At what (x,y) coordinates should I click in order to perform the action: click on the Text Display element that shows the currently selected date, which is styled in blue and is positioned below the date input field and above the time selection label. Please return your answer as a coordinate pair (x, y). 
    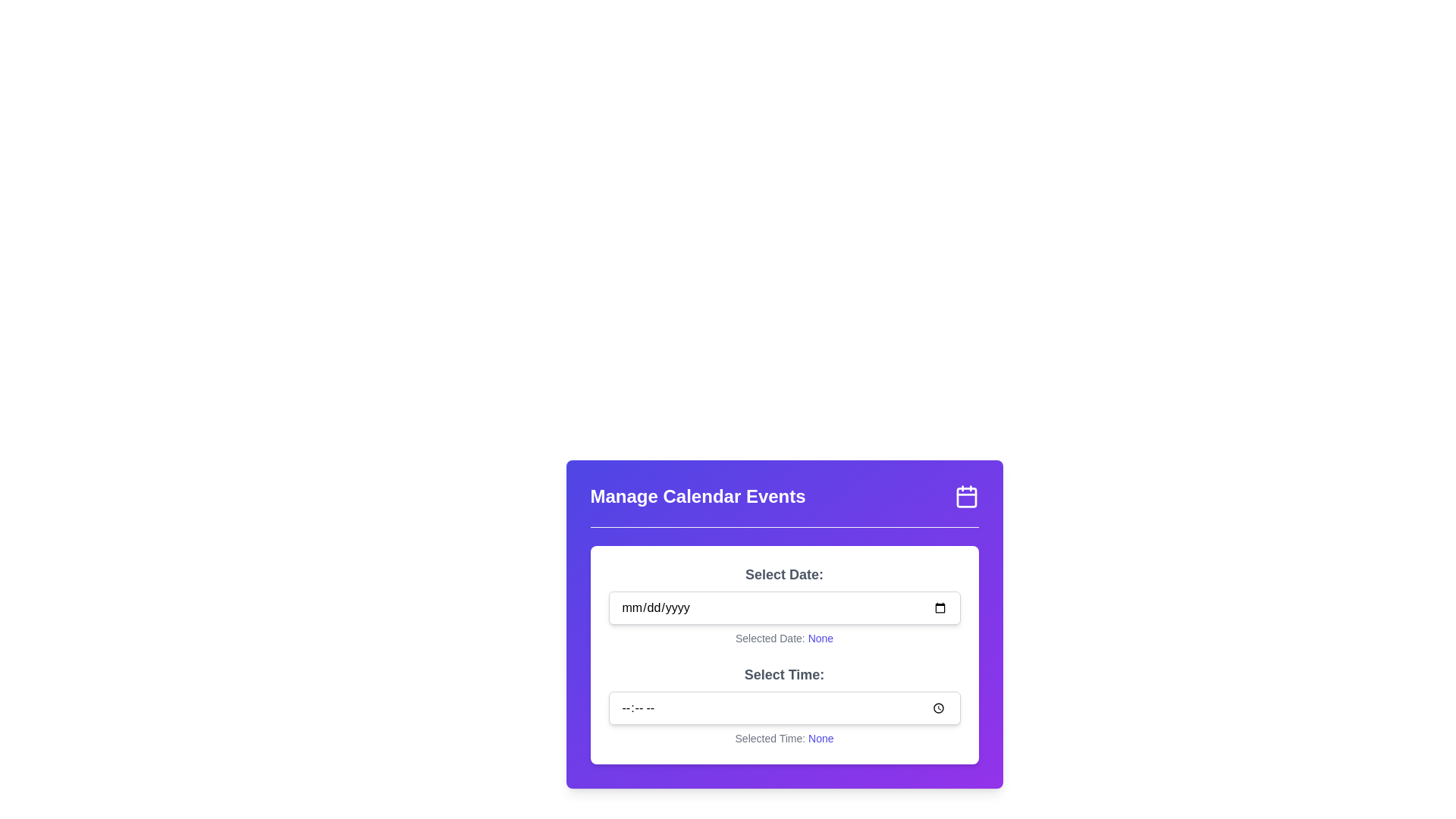
    Looking at the image, I should click on (784, 638).